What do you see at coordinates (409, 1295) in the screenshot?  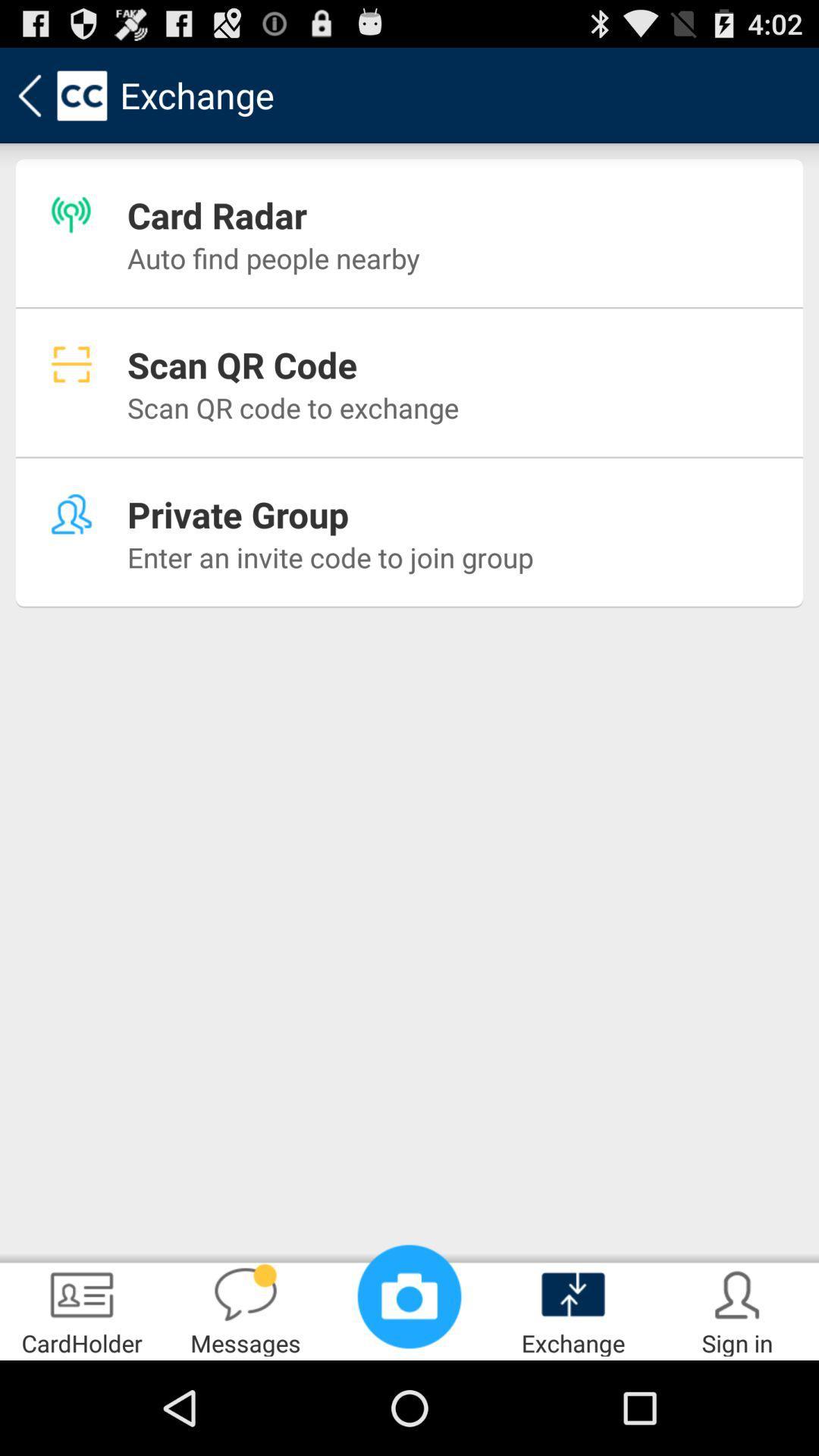 I see `the icon to the right of the messages icon` at bounding box center [409, 1295].